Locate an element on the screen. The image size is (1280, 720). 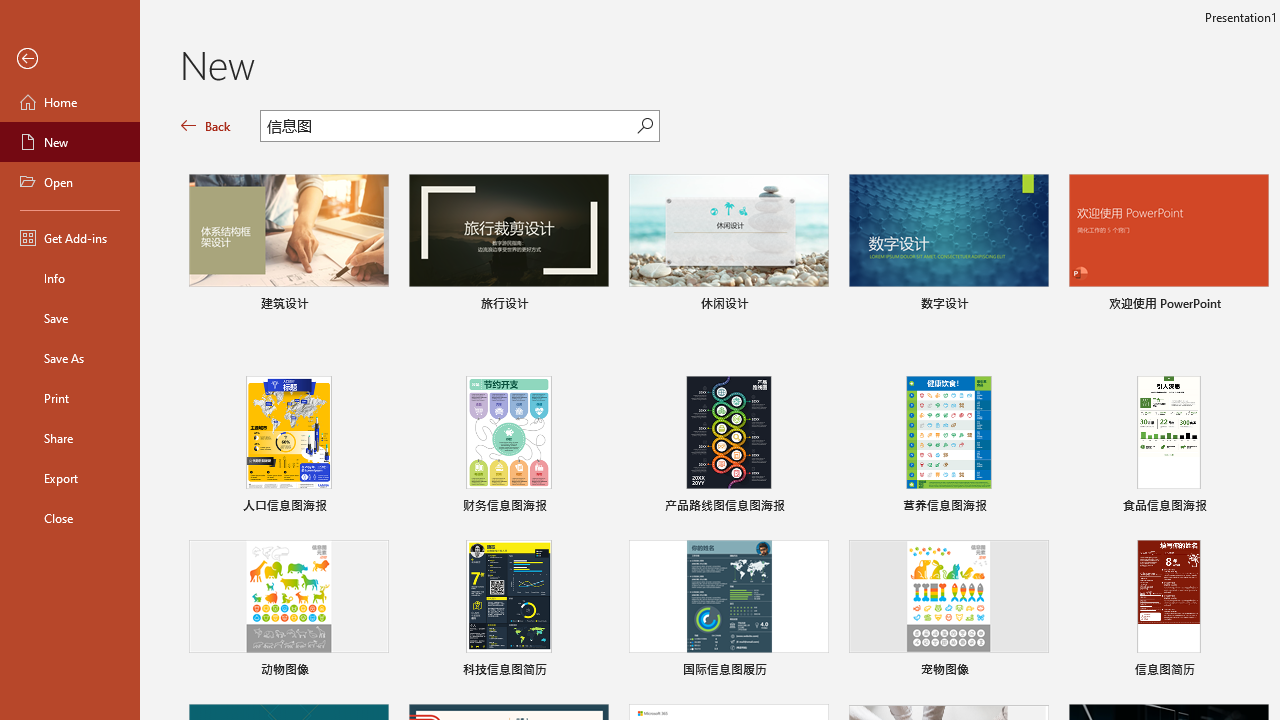
'Save As' is located at coordinates (69, 356).